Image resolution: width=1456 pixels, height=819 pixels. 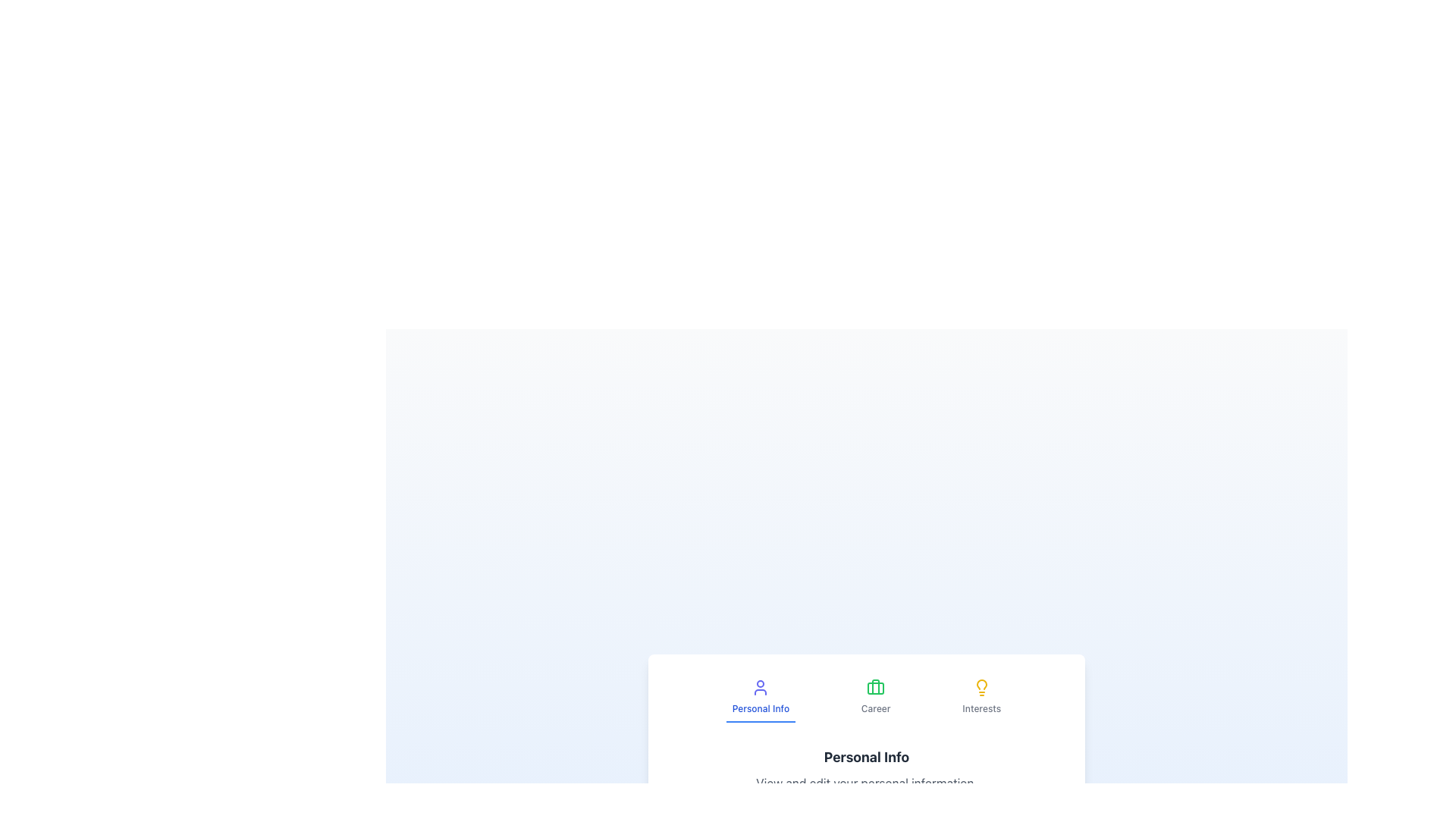 What do you see at coordinates (981, 684) in the screenshot?
I see `the yellow bulb icon` at bounding box center [981, 684].